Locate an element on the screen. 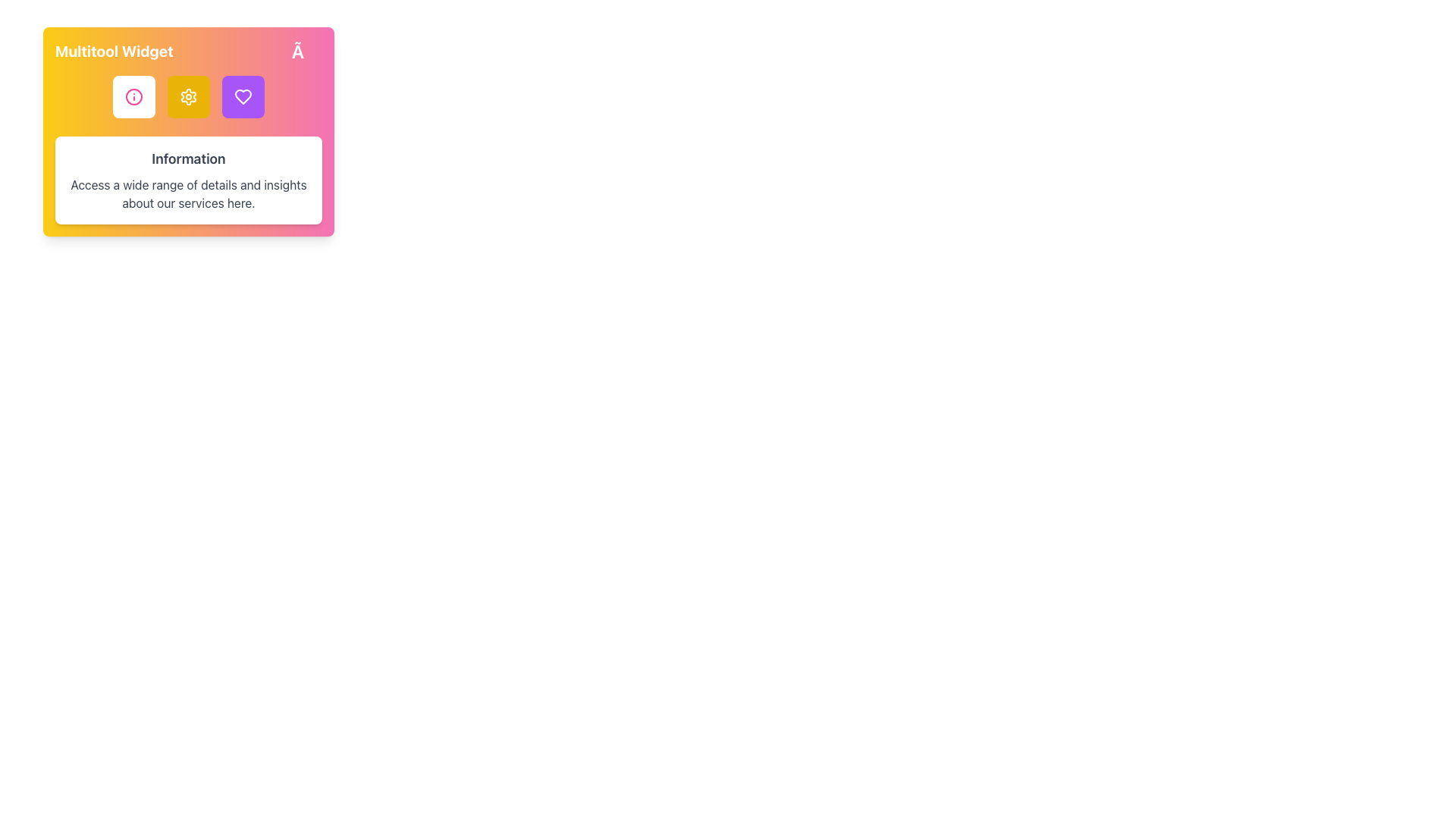  the descriptive text element that provides details about the services, located below the title labeled 'Information' is located at coordinates (188, 193).